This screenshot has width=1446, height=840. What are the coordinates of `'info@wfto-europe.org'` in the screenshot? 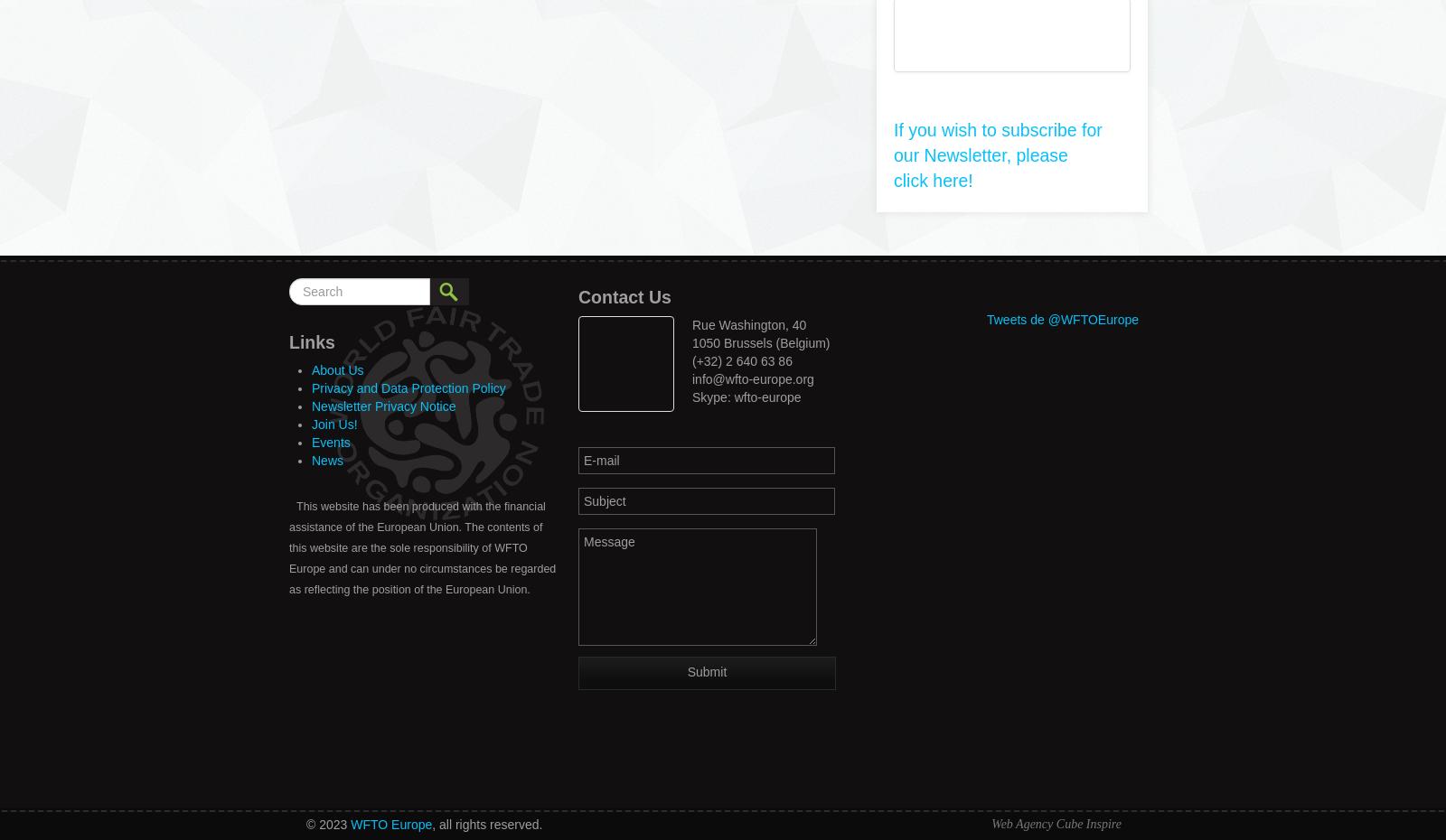 It's located at (751, 378).